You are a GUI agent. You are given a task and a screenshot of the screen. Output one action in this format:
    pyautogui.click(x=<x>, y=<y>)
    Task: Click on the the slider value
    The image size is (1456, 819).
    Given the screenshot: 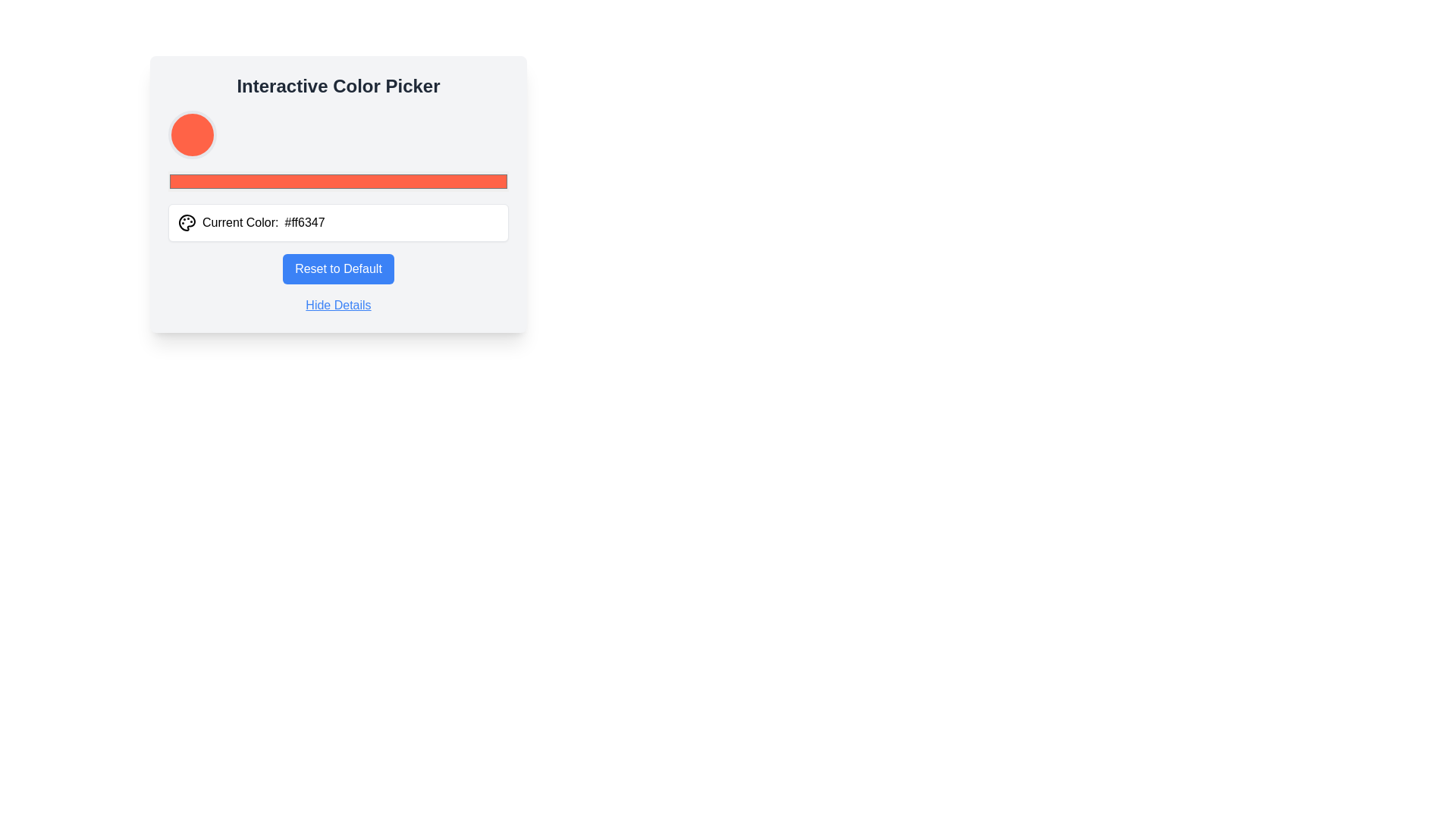 What is the action you would take?
    pyautogui.click(x=301, y=180)
    